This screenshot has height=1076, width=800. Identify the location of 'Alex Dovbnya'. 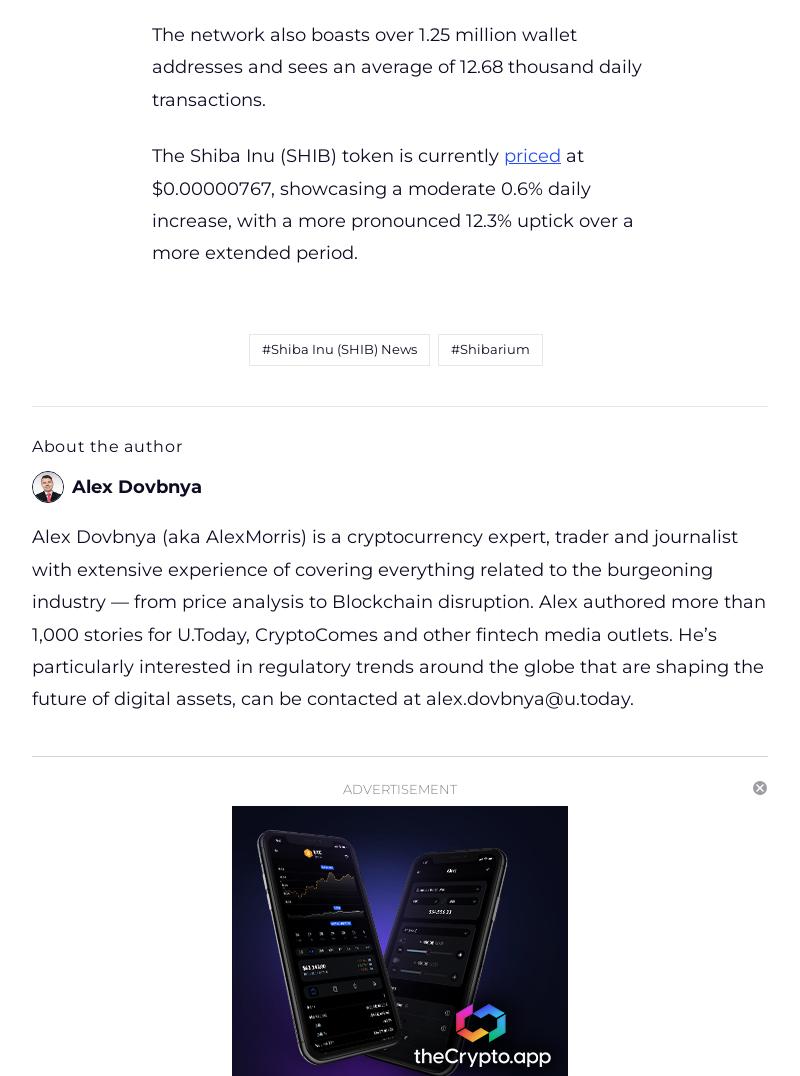
(72, 485).